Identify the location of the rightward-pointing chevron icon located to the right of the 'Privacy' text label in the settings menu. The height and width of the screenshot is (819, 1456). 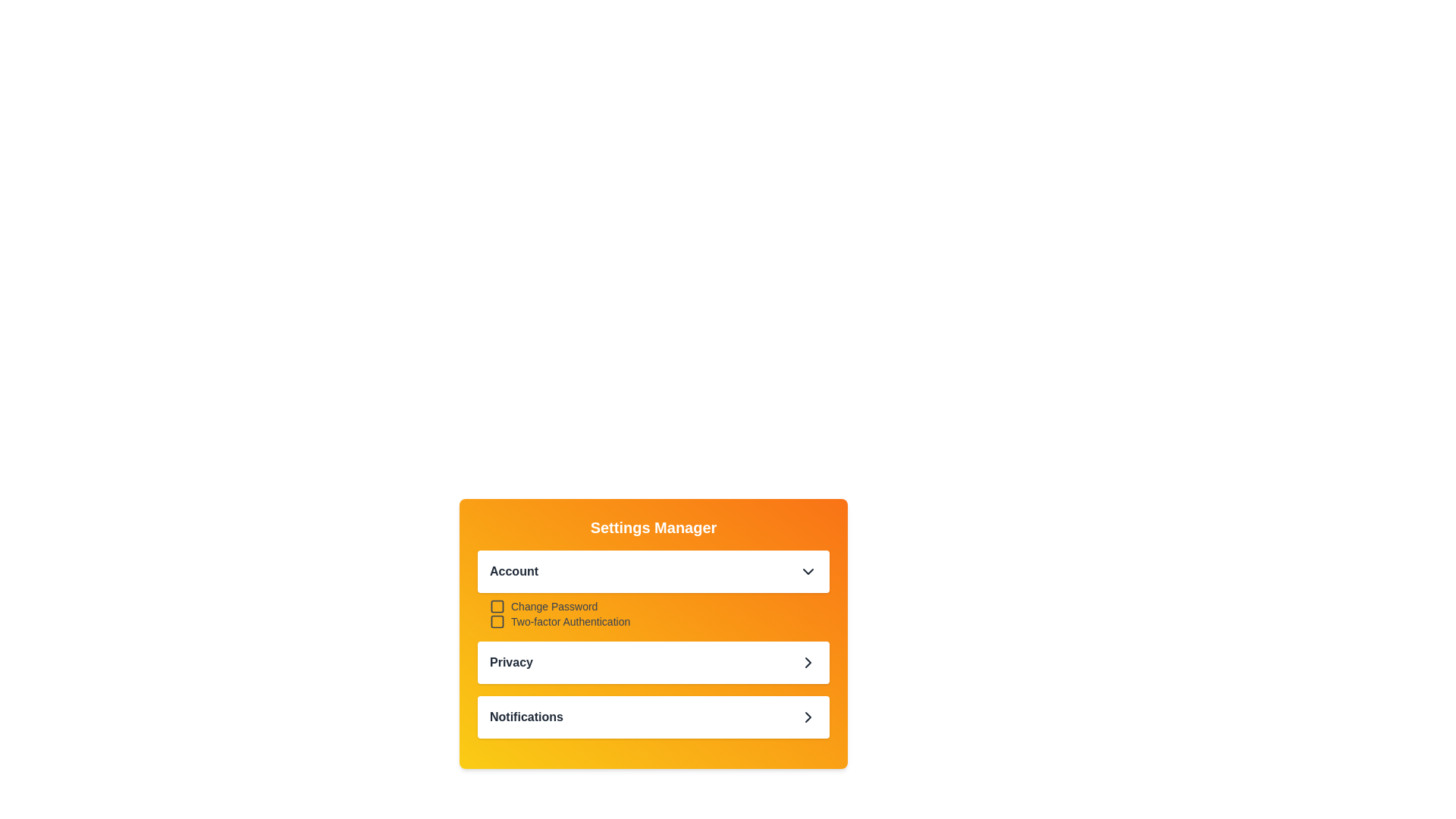
(807, 662).